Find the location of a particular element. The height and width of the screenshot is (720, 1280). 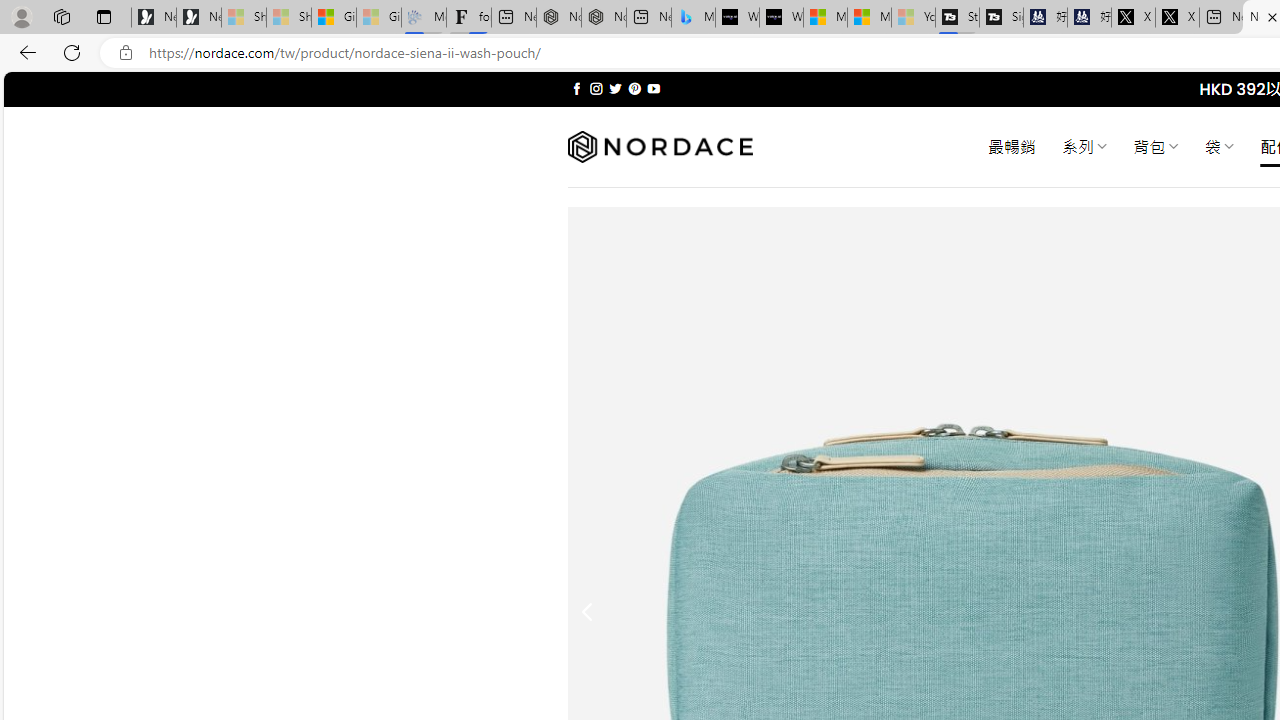

'X' is located at coordinates (1177, 17).